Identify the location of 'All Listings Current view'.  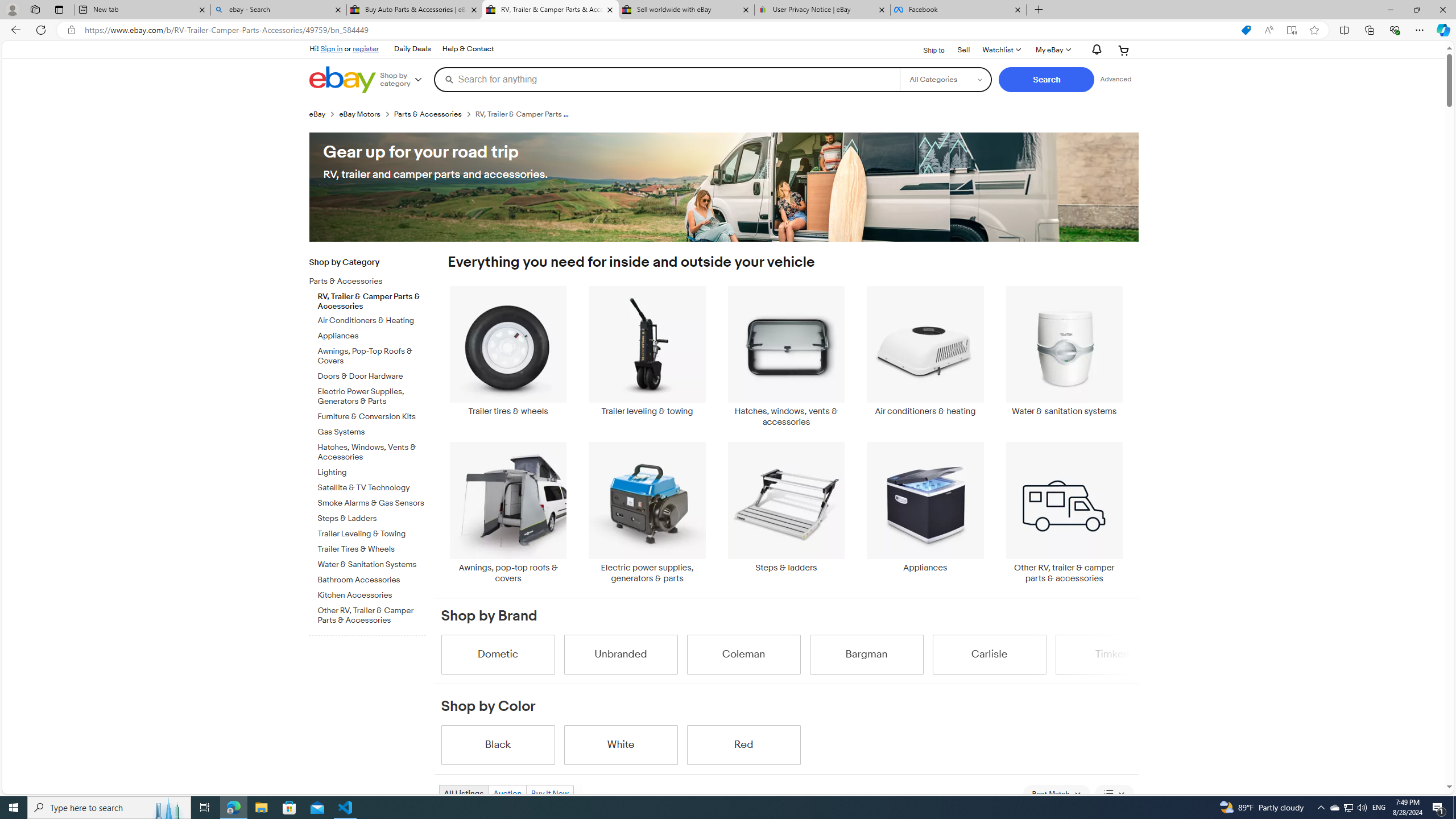
(464, 793).